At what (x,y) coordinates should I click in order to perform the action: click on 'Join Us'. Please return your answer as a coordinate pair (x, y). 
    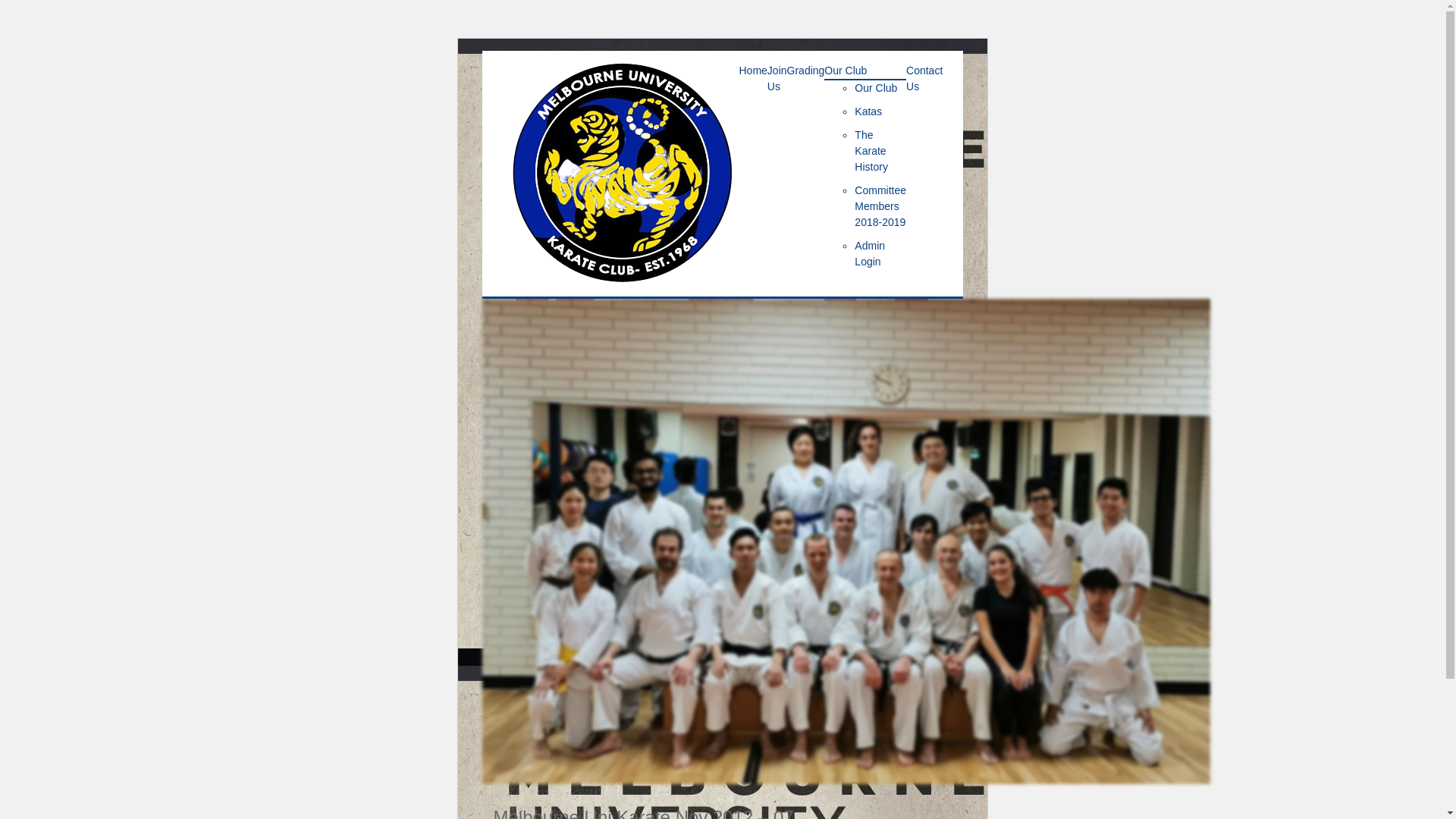
    Looking at the image, I should click on (777, 77).